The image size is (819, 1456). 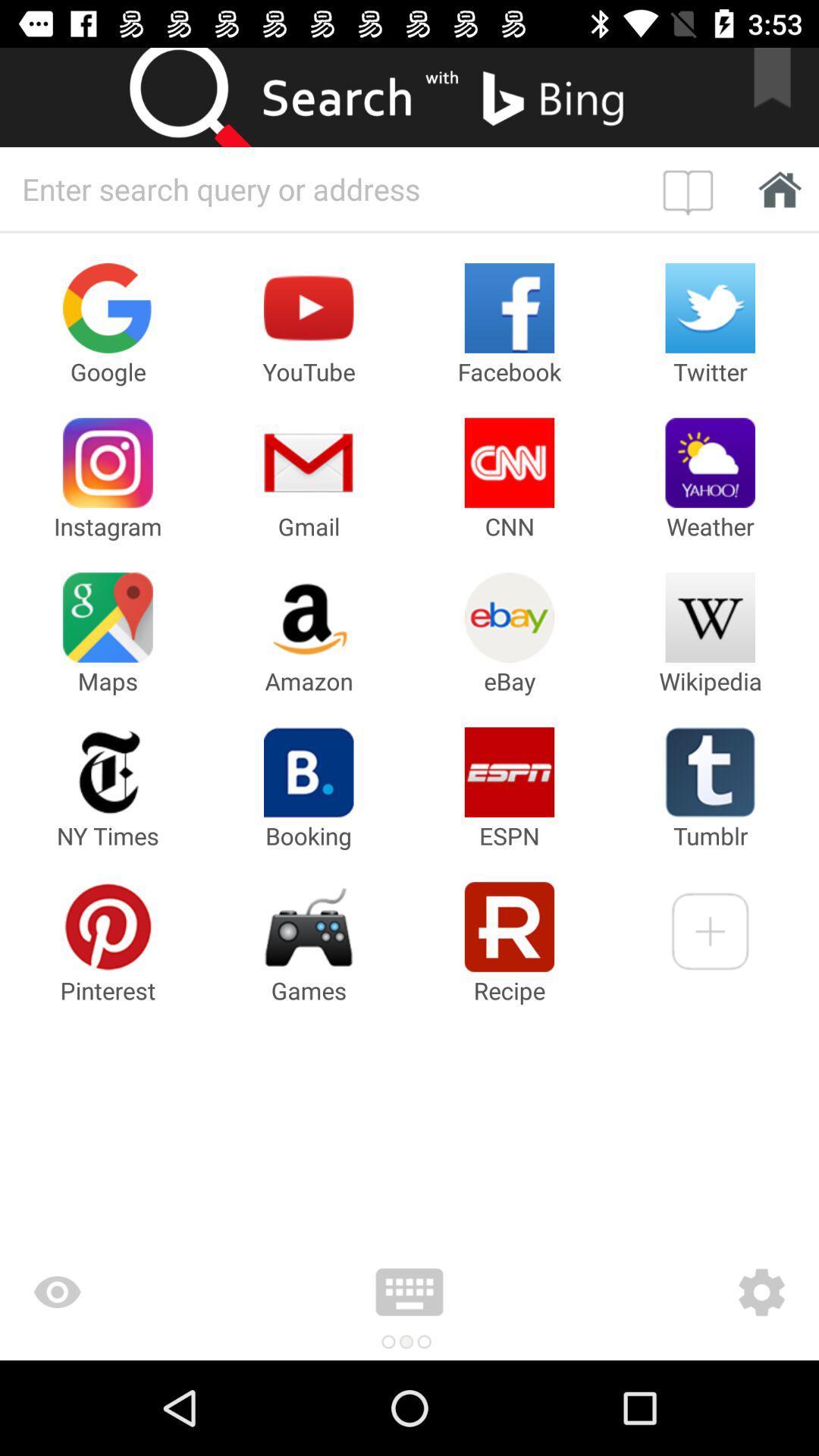 I want to click on bookmark query, so click(x=692, y=188).